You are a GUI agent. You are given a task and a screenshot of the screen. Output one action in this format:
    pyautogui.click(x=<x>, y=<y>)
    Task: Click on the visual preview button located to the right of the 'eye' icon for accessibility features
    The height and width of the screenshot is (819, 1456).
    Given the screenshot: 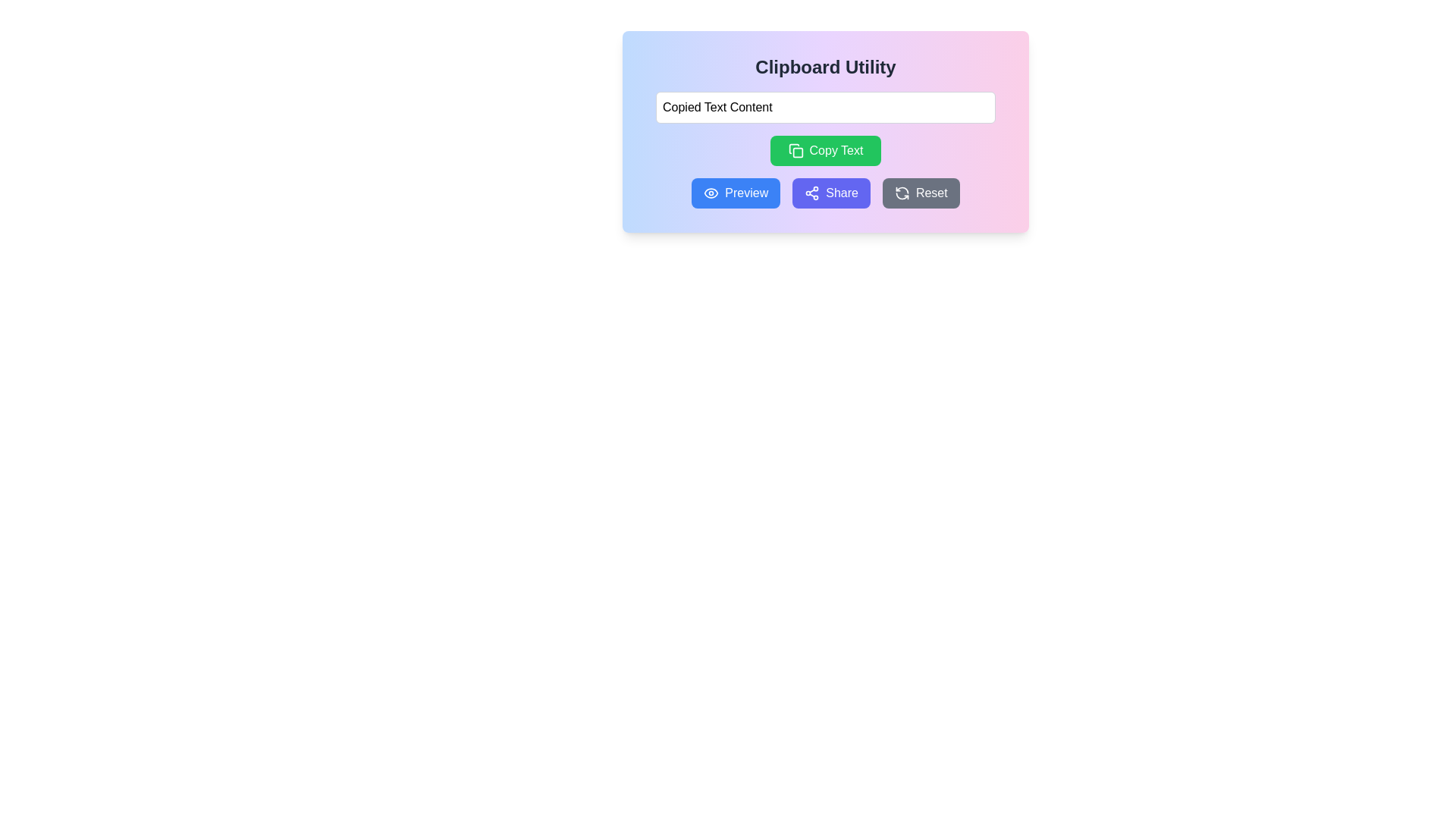 What is the action you would take?
    pyautogui.click(x=746, y=192)
    